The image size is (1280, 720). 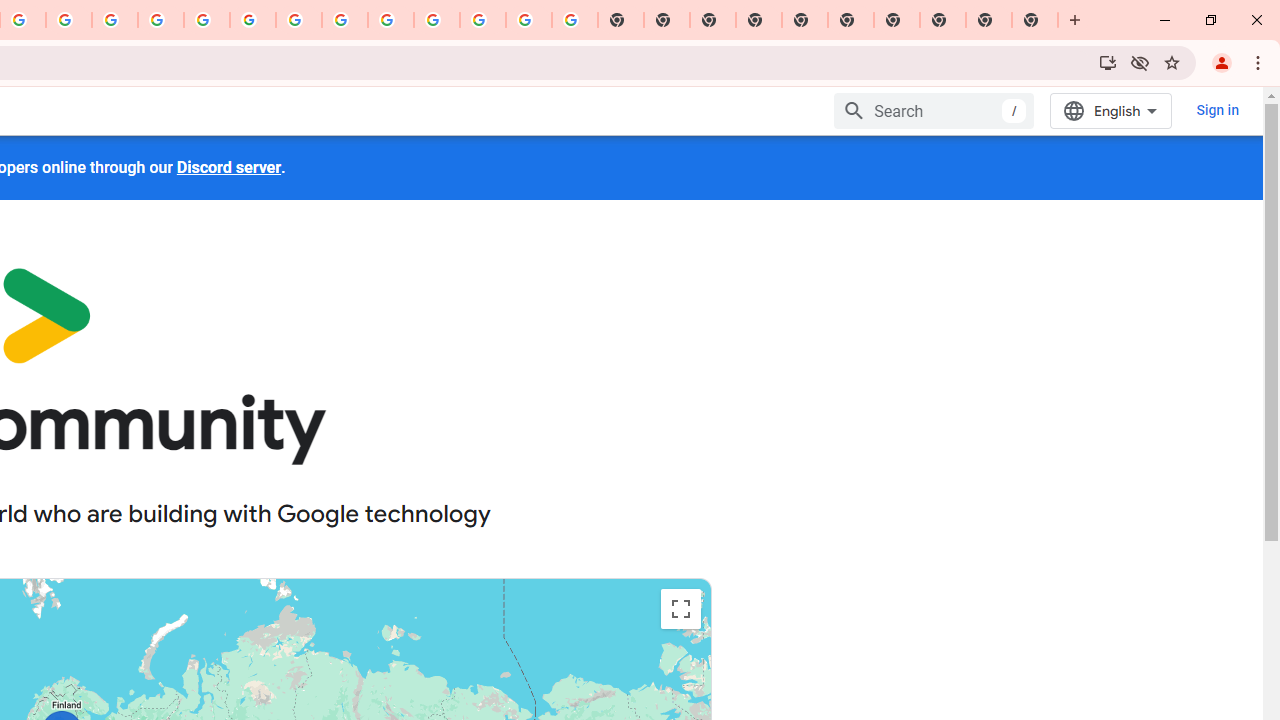 I want to click on 'Privacy Help Center - Policies Help', so click(x=114, y=20).